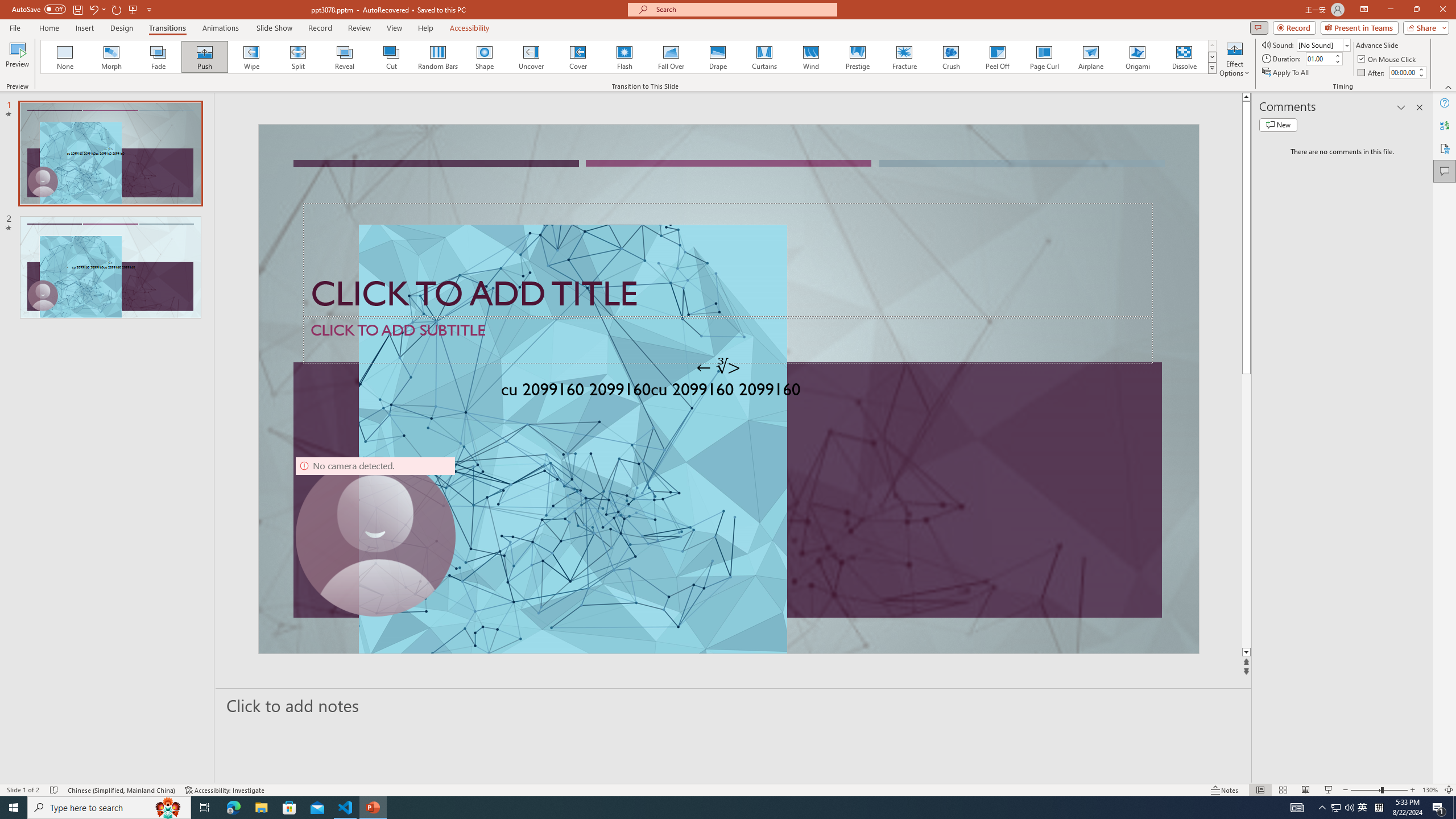 The width and height of the screenshot is (1456, 819). I want to click on 'TextBox 7', so click(718, 366).